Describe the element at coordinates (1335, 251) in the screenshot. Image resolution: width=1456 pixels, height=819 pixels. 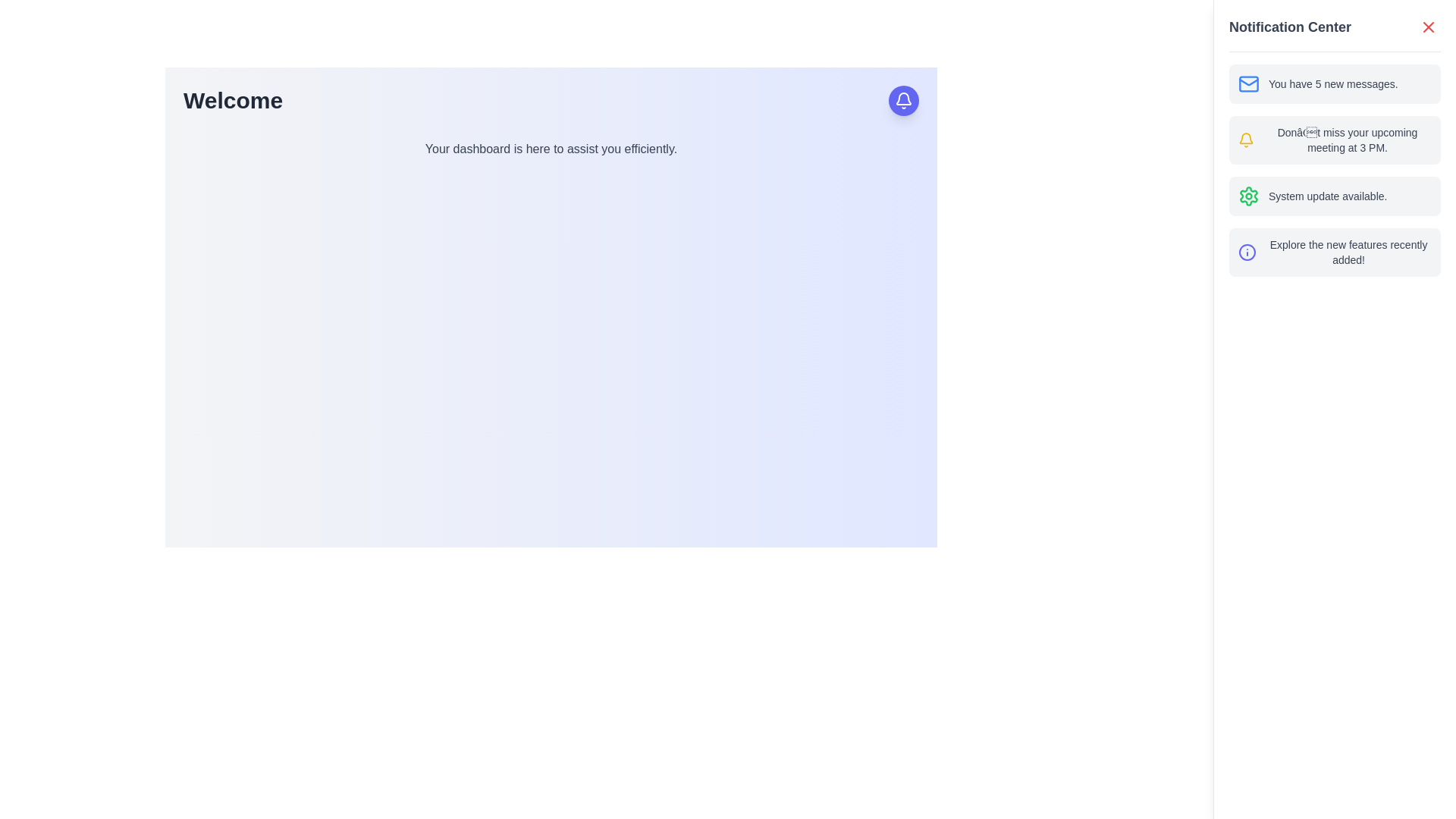
I see `the content of the fourth notification card in the Notification Center, which features an indigo circled lowercase 'i' icon and the text 'Explore the new features recently added!'` at that location.